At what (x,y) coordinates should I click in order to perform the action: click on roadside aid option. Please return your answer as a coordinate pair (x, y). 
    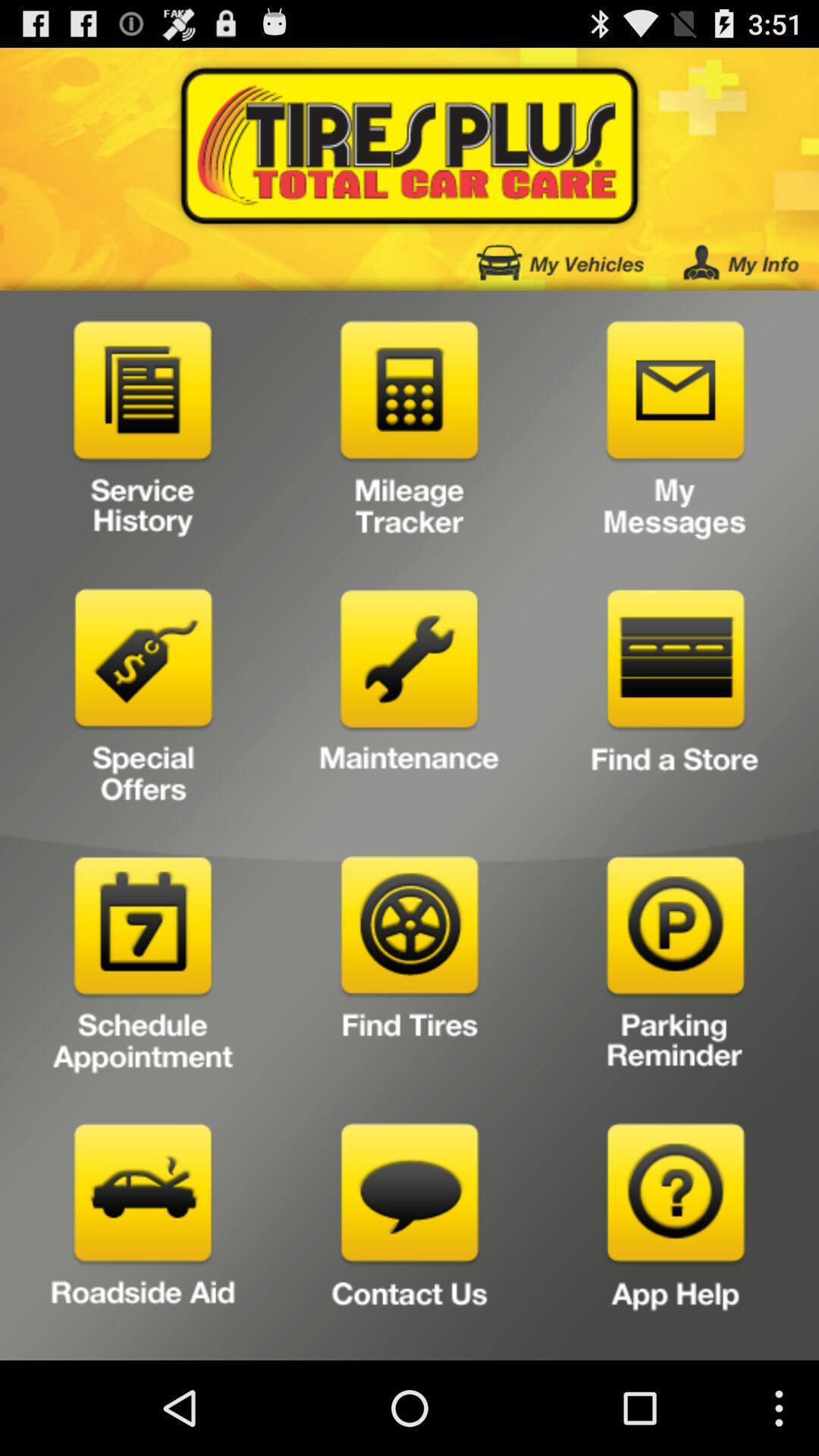
    Looking at the image, I should click on (143, 1236).